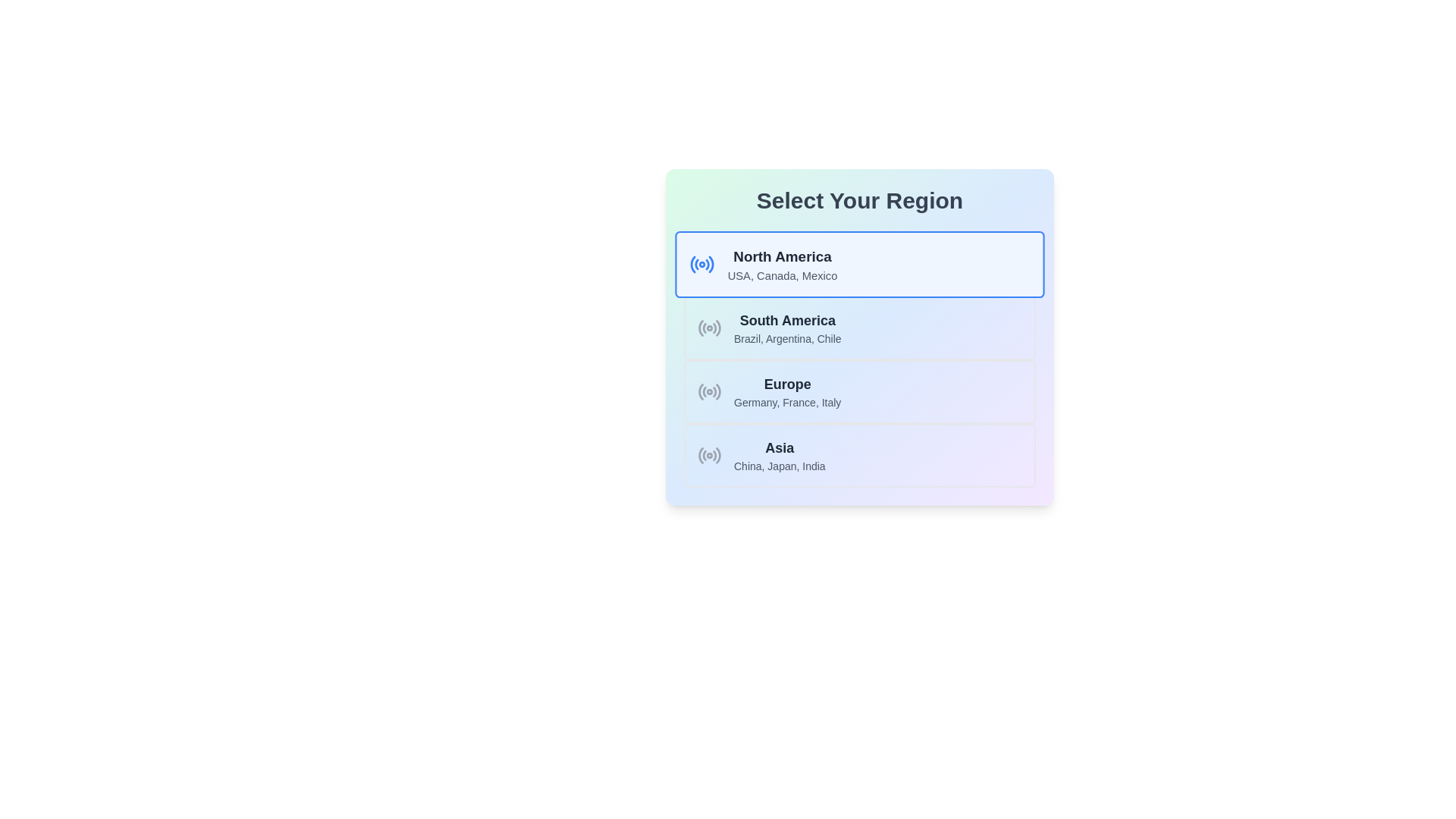 The height and width of the screenshot is (819, 1456). I want to click on the second line of text in the 'South America' section, which lists countries in the region as an informational label, so click(787, 338).